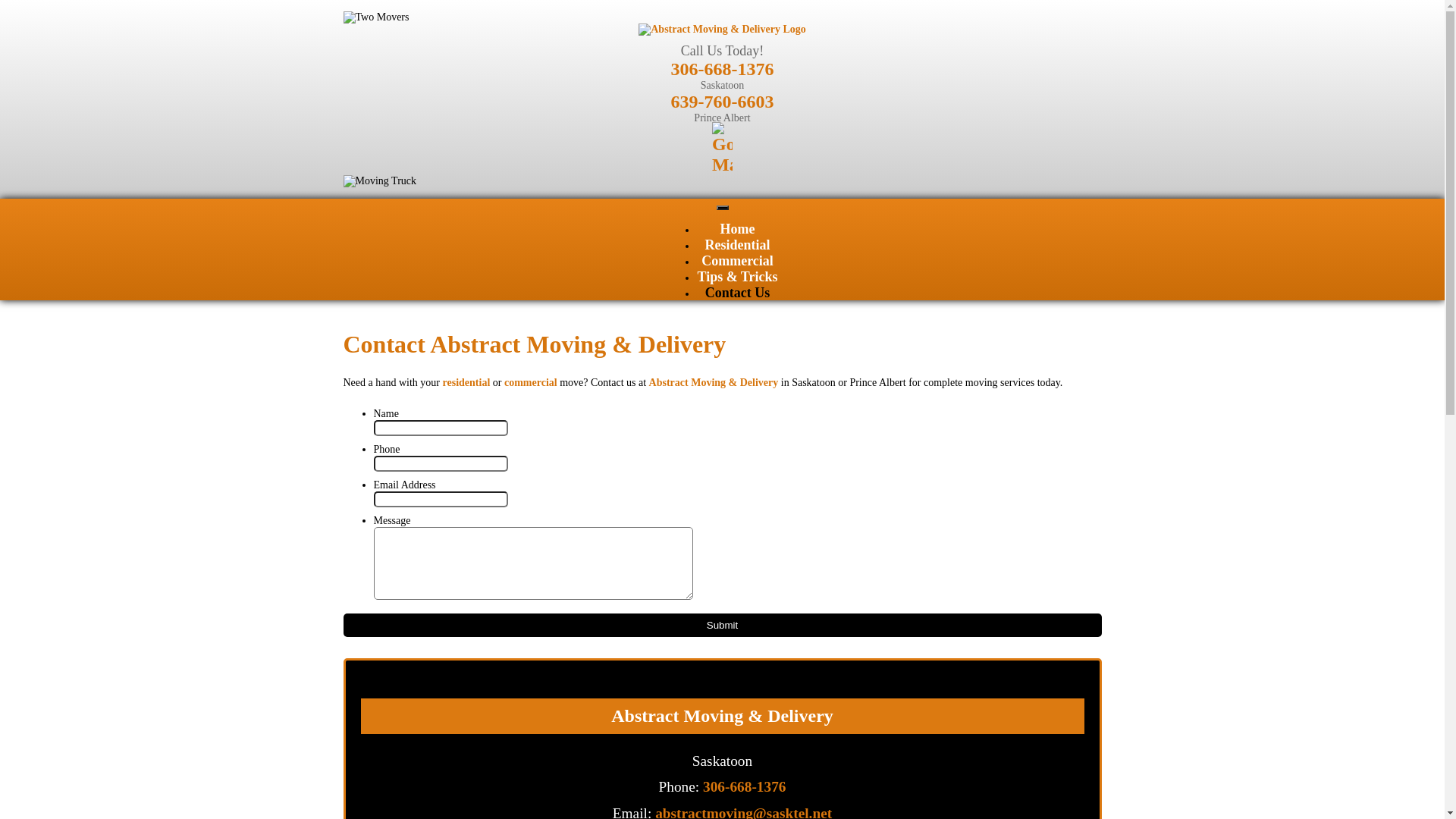  Describe the element at coordinates (531, 381) in the screenshot. I see `'commercial'` at that location.